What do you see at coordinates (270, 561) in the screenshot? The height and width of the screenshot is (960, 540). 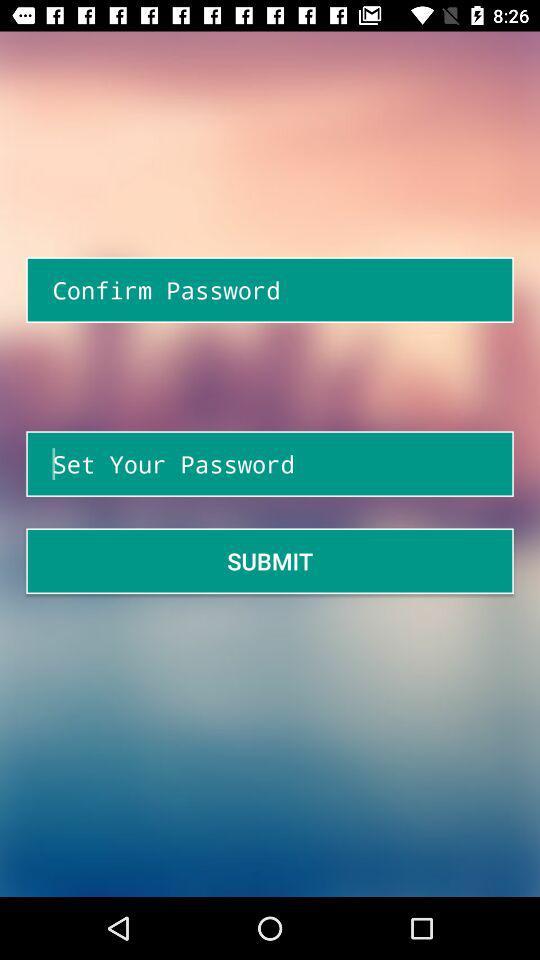 I see `submit` at bounding box center [270, 561].